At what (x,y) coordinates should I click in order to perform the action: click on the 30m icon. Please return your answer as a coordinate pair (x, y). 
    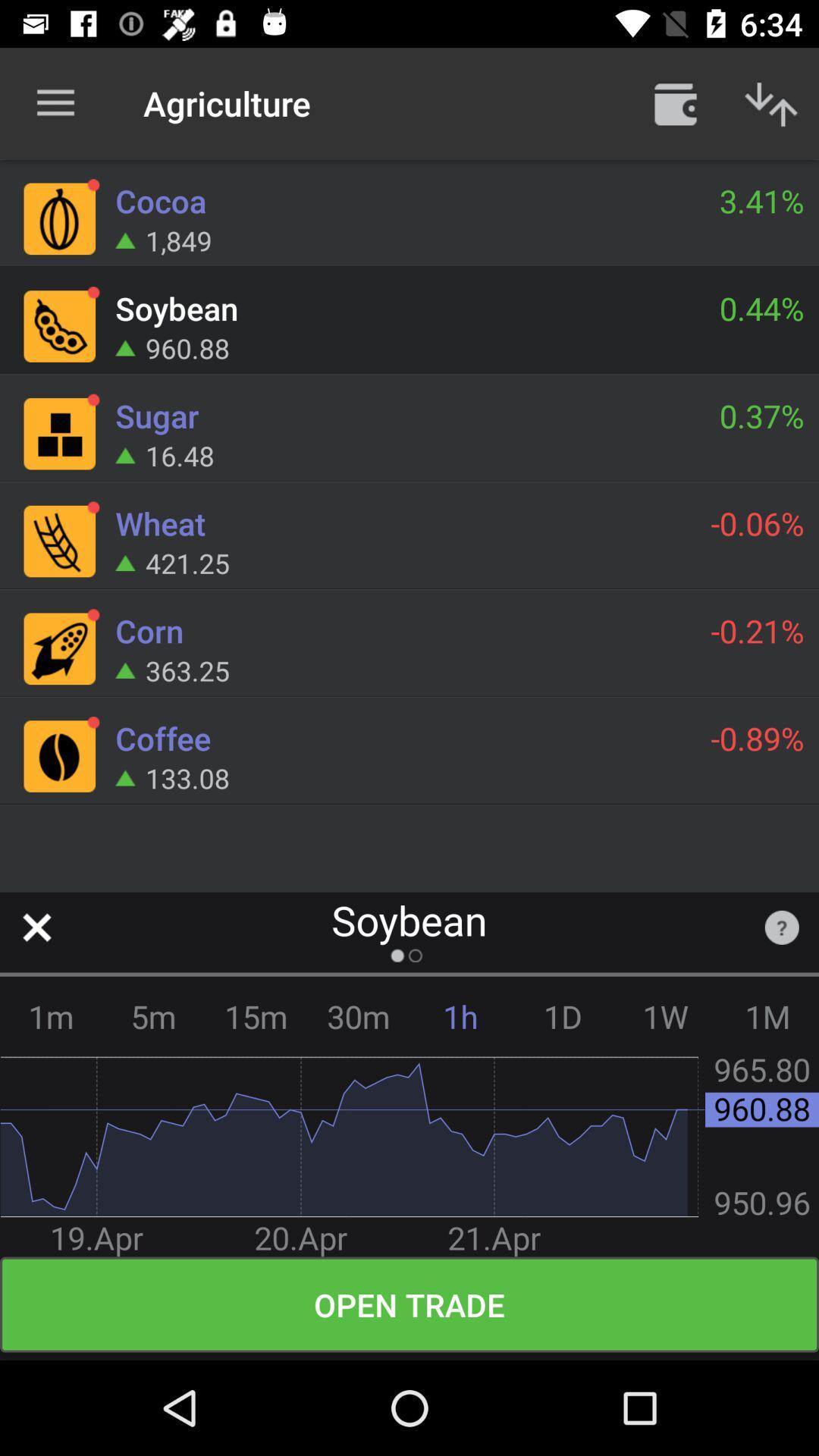
    Looking at the image, I should click on (358, 1016).